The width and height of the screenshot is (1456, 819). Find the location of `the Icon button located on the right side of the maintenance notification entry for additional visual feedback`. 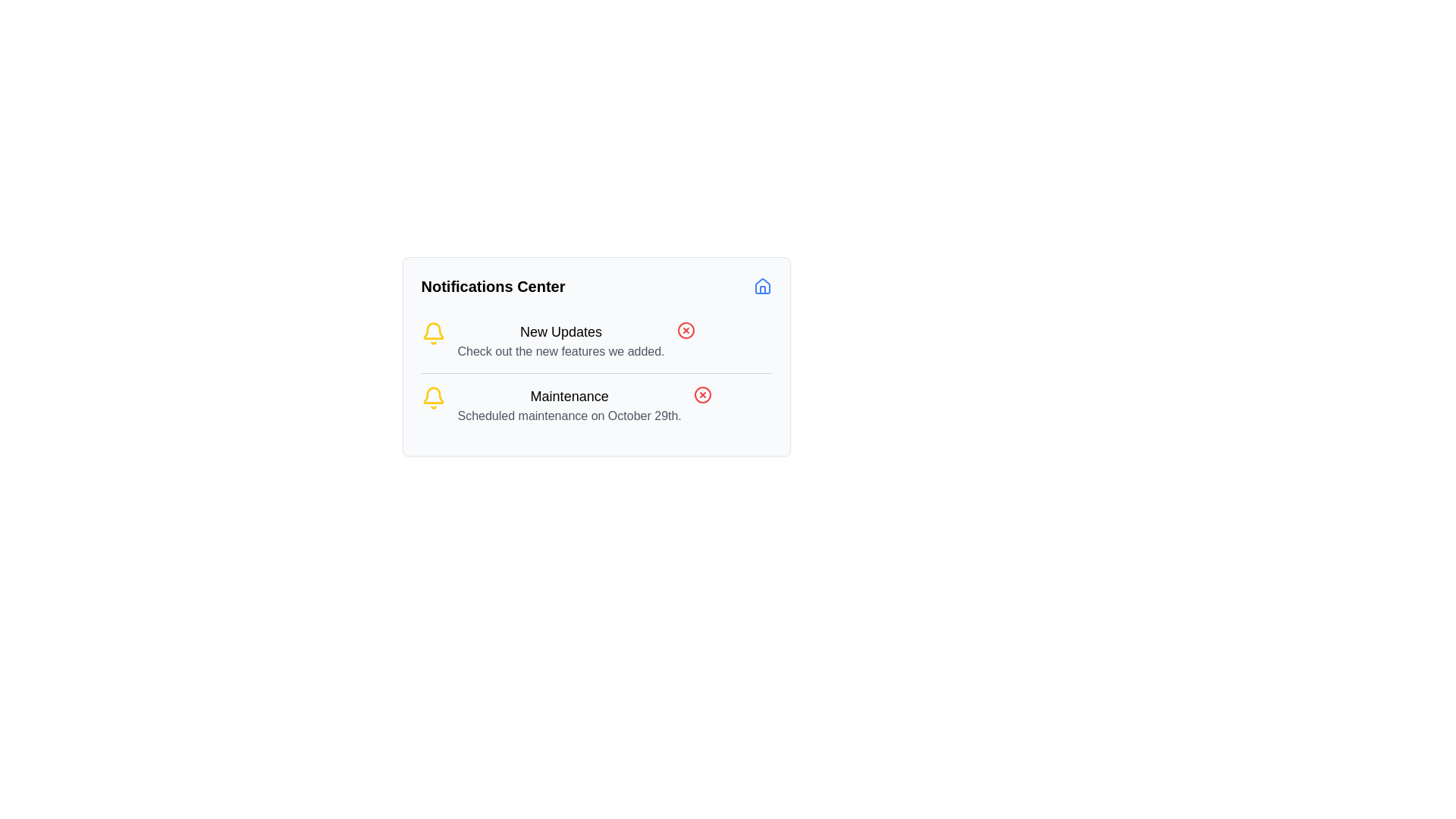

the Icon button located on the right side of the maintenance notification entry for additional visual feedback is located at coordinates (701, 394).